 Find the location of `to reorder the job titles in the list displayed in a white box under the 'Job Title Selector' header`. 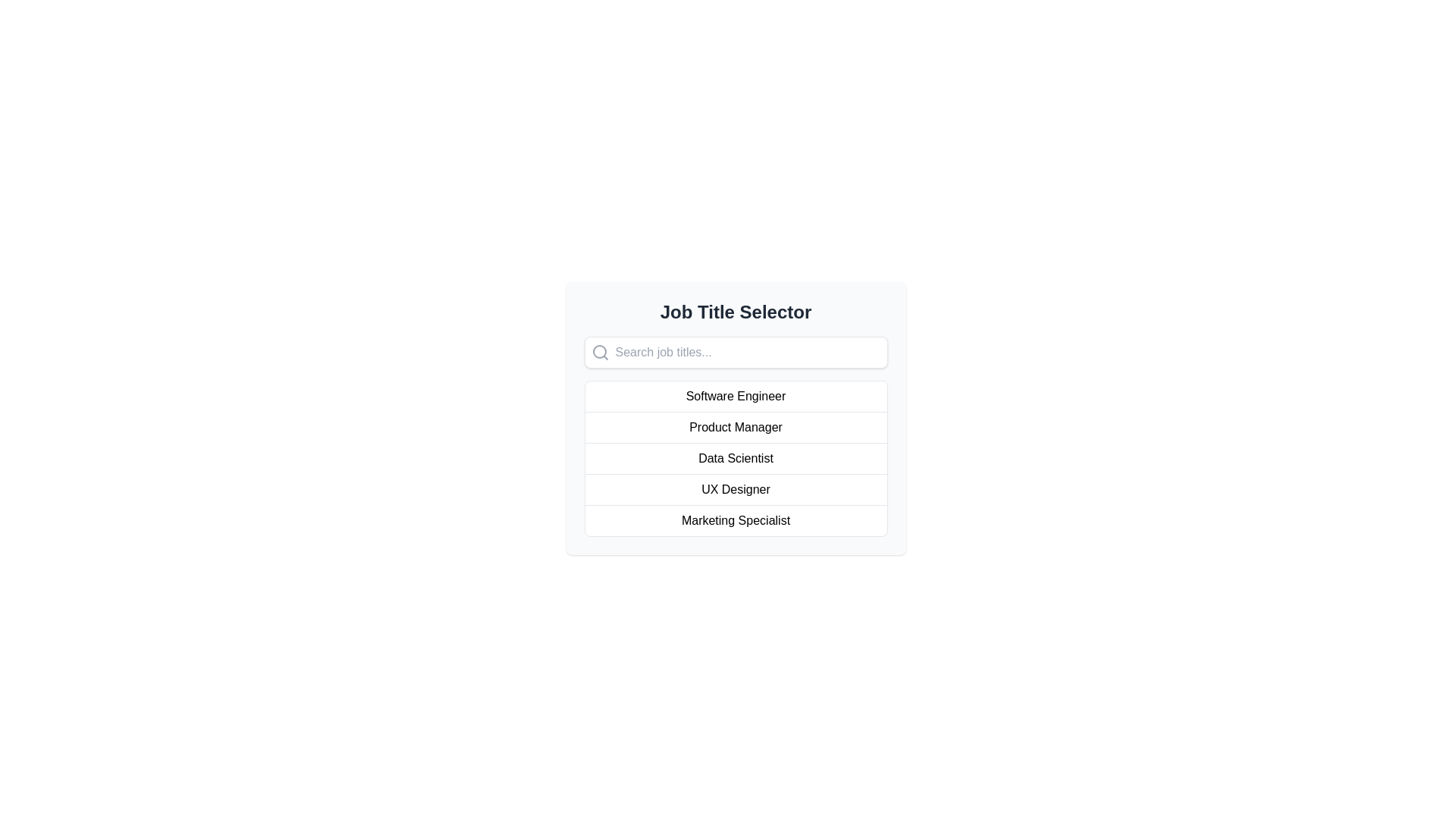

to reorder the job titles in the list displayed in a white box under the 'Job Title Selector' header is located at coordinates (736, 458).